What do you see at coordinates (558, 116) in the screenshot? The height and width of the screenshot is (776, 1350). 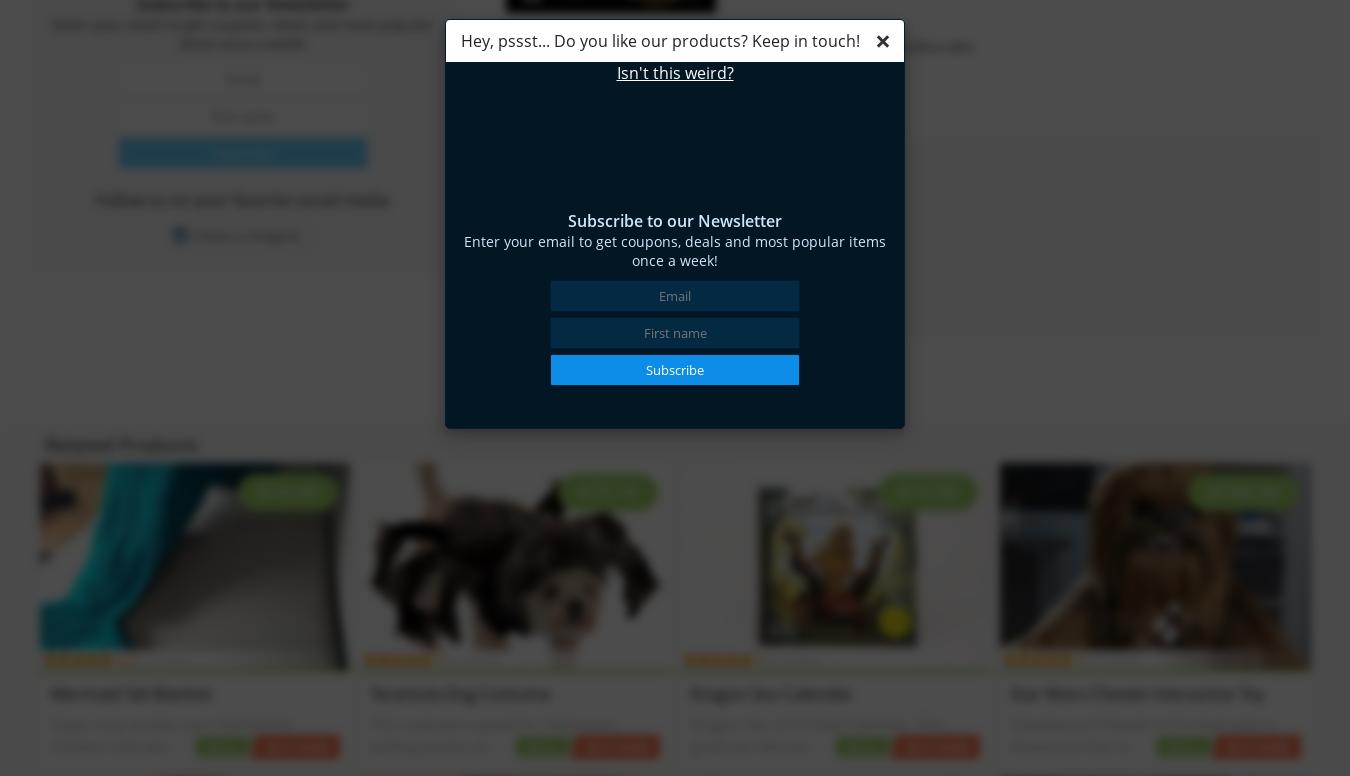 I see `'Reviews (0)'` at bounding box center [558, 116].